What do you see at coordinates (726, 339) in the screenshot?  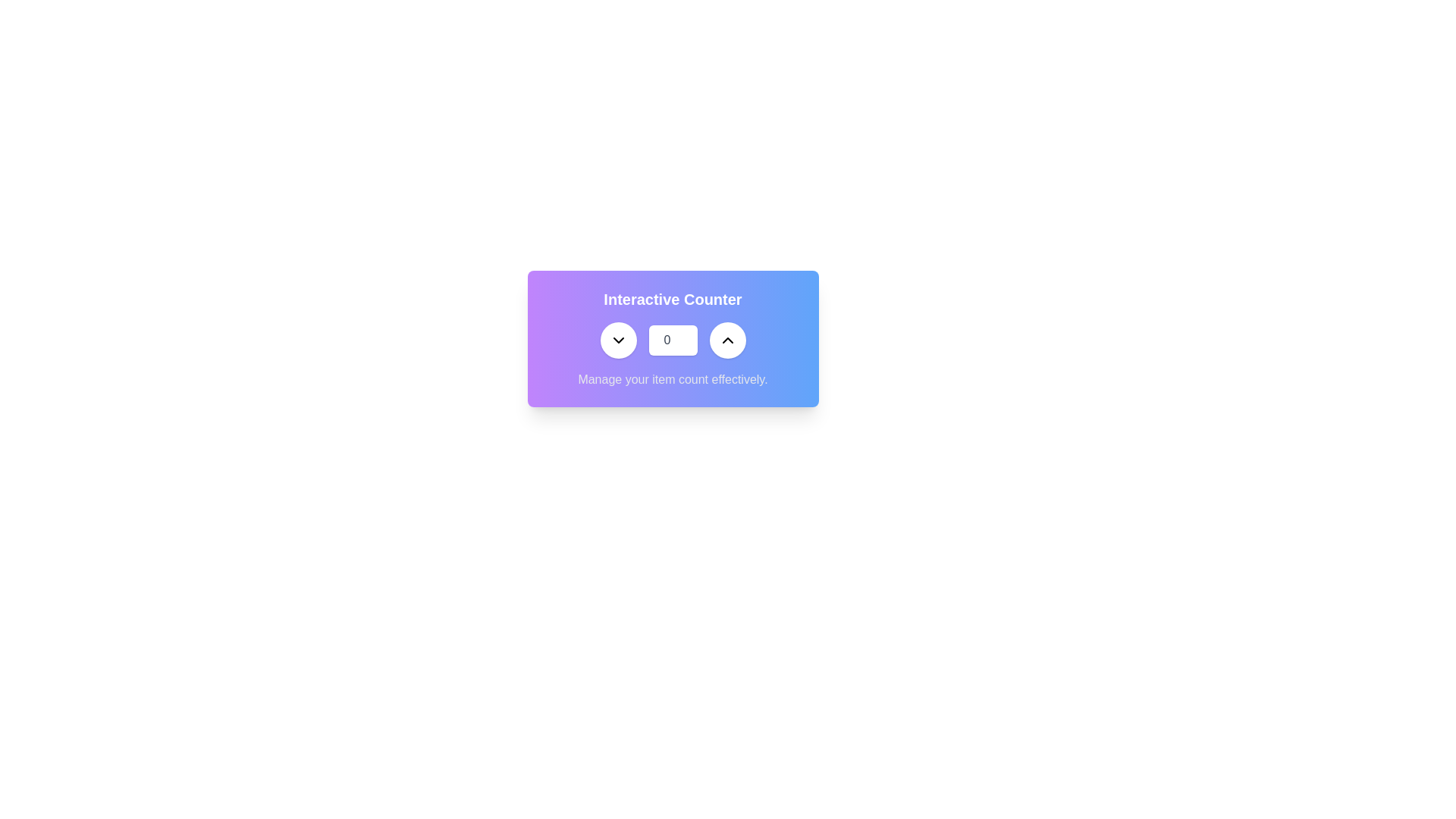 I see `the circular button with a white background and a black upward-facing arrow icon to increment the value` at bounding box center [726, 339].